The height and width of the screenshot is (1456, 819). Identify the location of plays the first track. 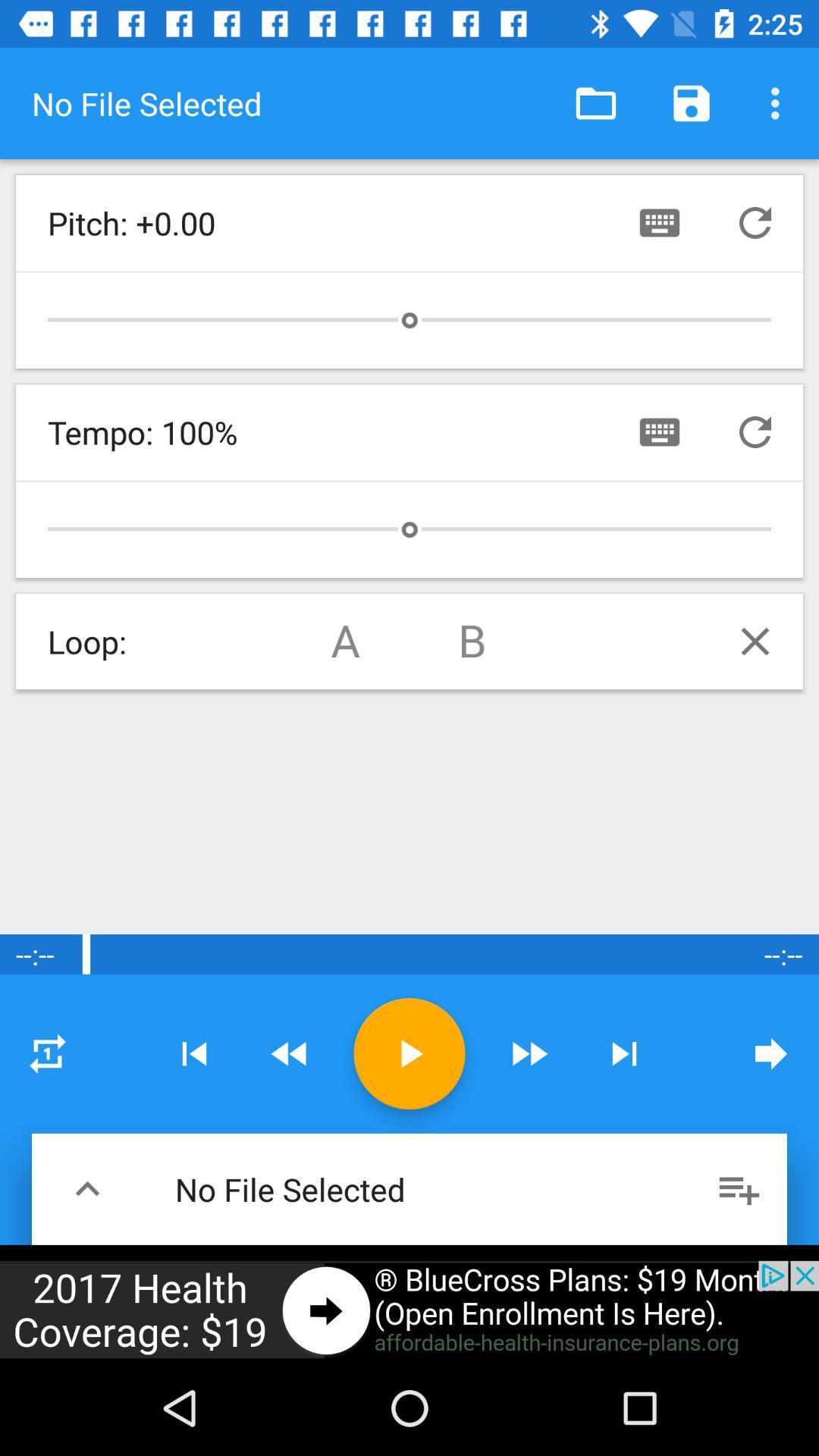
(345, 641).